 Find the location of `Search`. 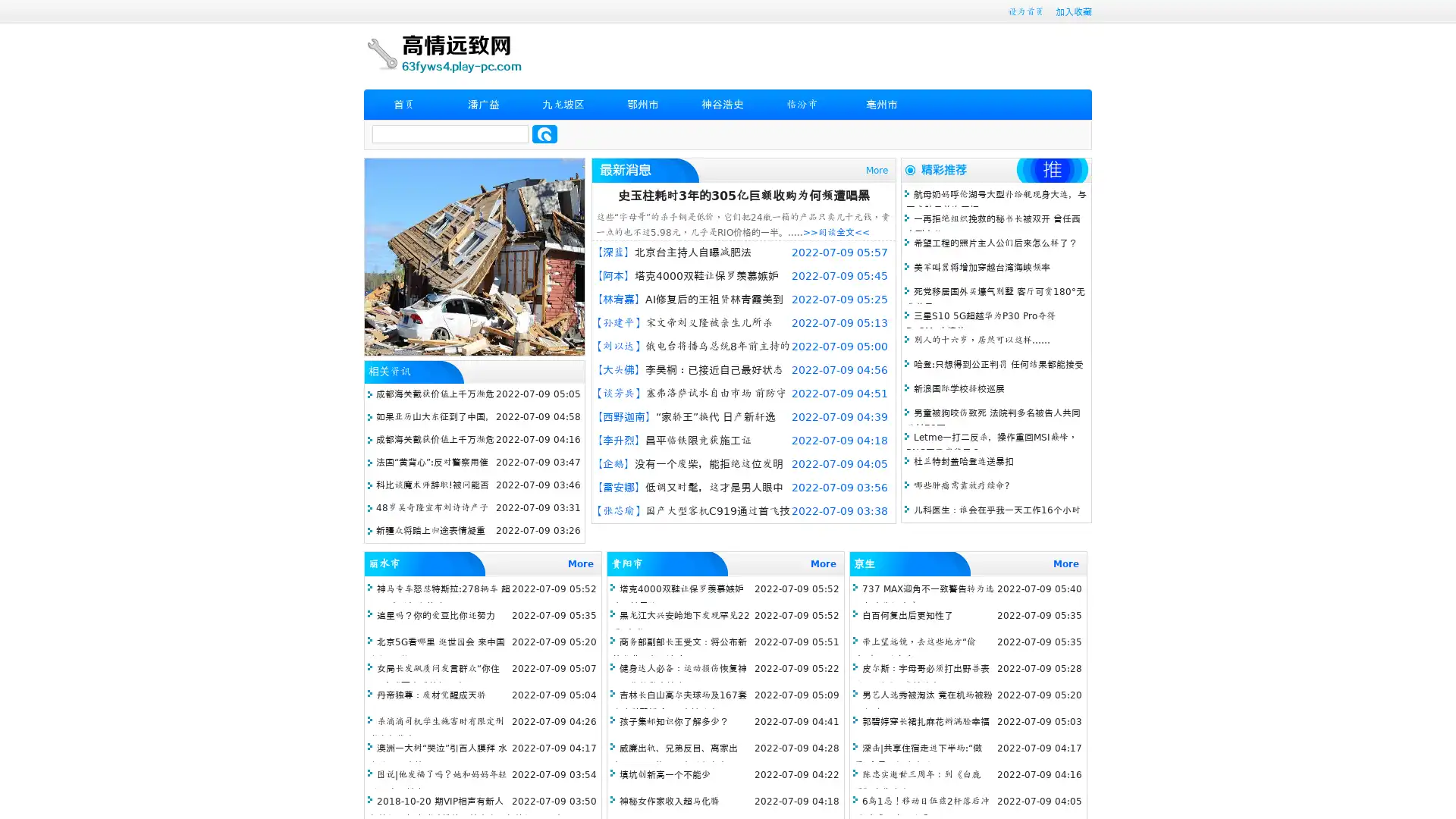

Search is located at coordinates (544, 133).